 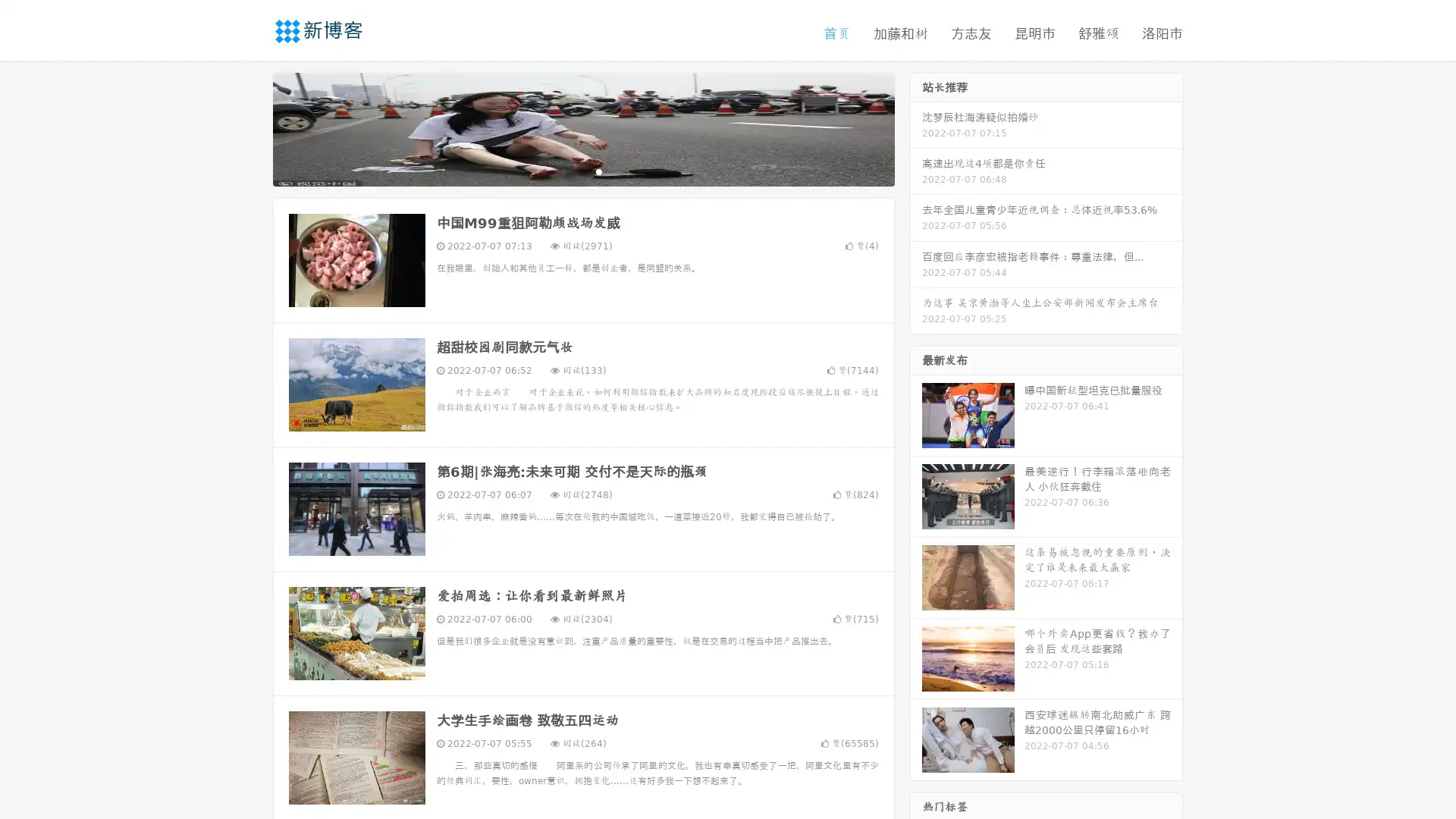 I want to click on Go to slide 3, so click(x=598, y=171).